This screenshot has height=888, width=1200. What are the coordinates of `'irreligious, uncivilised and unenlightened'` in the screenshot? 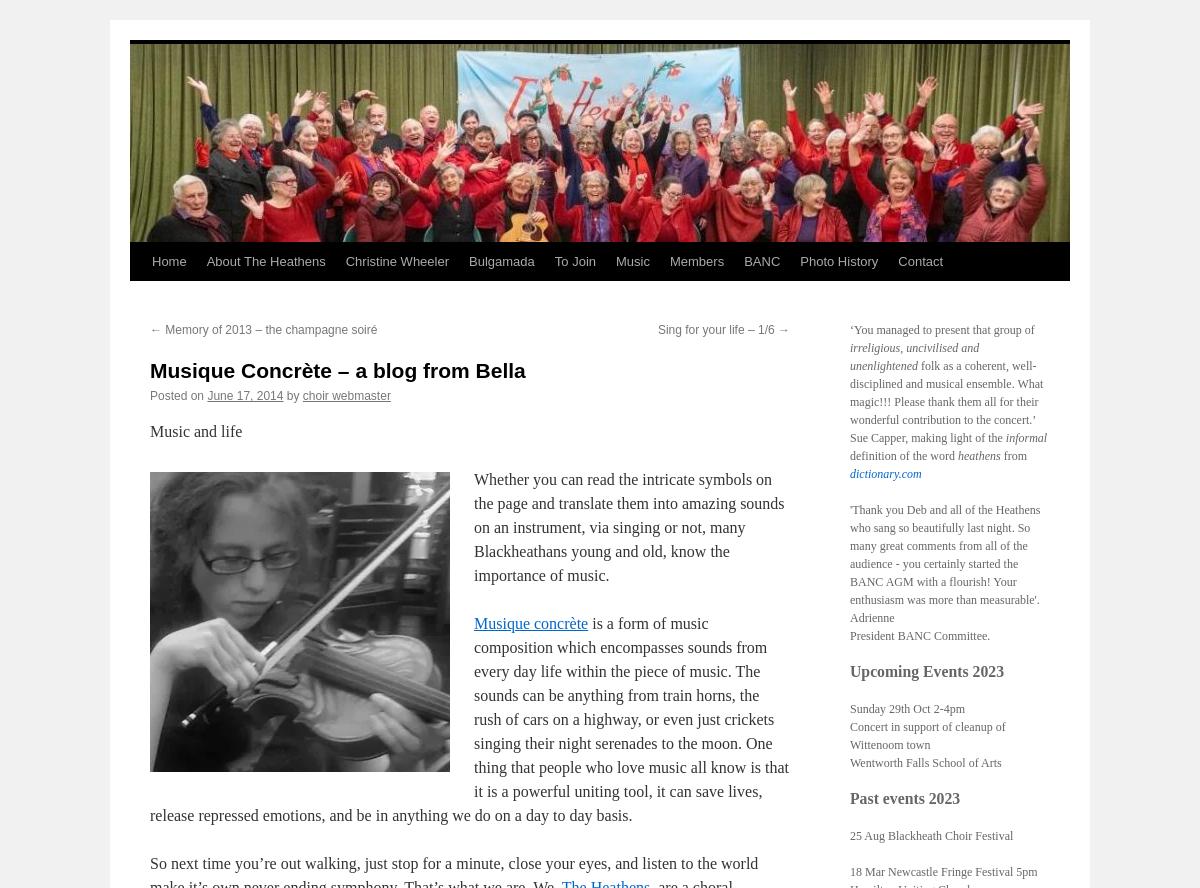 It's located at (914, 356).